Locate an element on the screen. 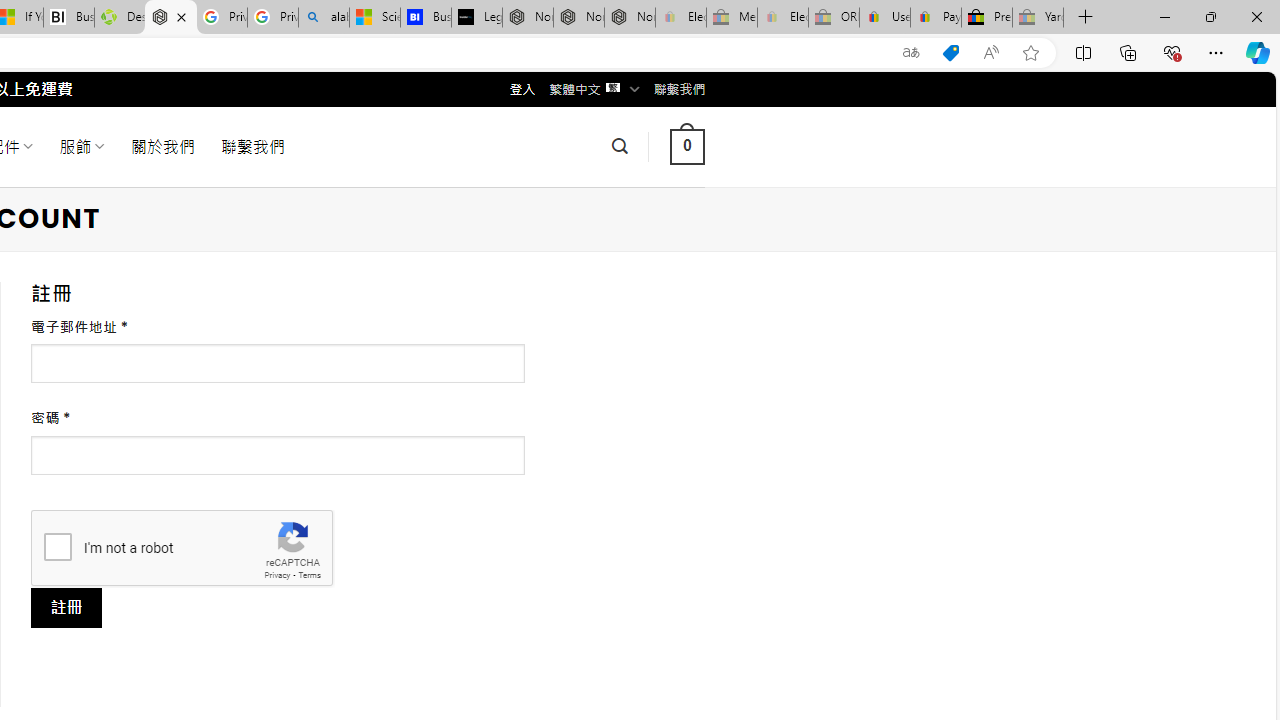 The image size is (1280, 720). 'User Privacy Notice | eBay' is located at coordinates (884, 17).